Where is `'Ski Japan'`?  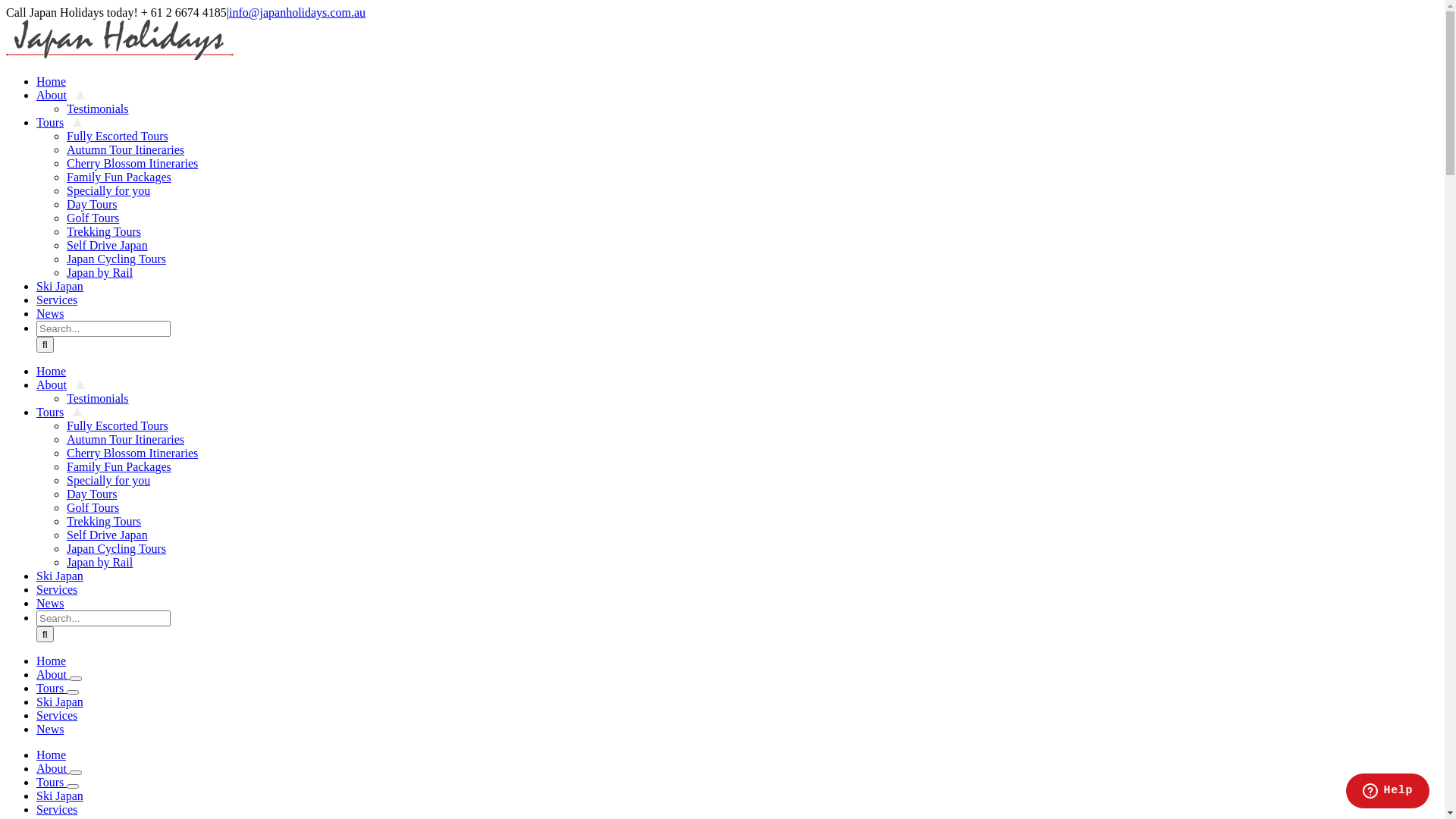
'Ski Japan' is located at coordinates (64, 576).